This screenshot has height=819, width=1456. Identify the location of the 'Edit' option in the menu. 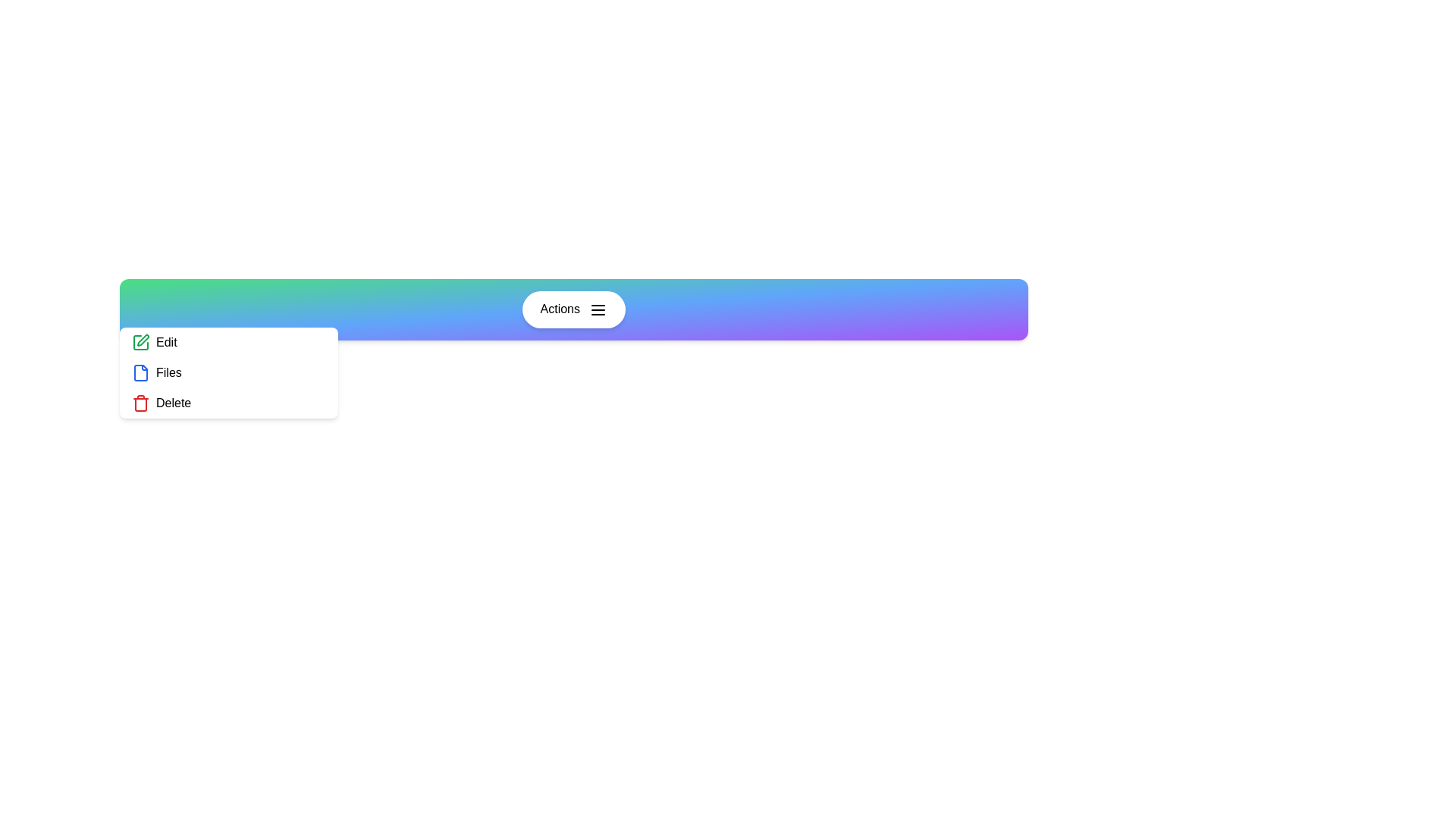
(228, 342).